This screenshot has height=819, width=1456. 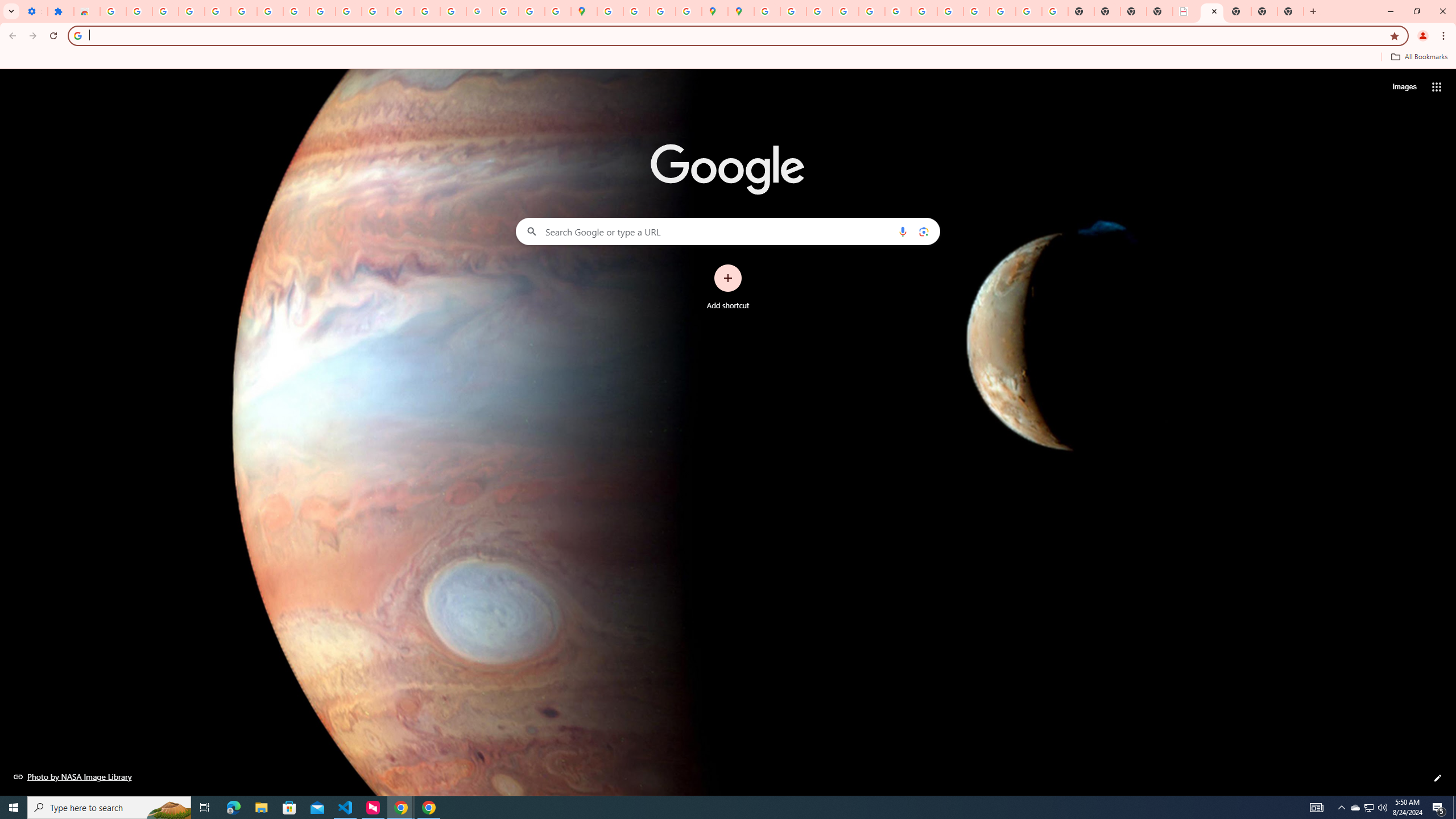 What do you see at coordinates (818, 11) in the screenshot?
I see `'Privacy Help Center - Policies Help'` at bounding box center [818, 11].